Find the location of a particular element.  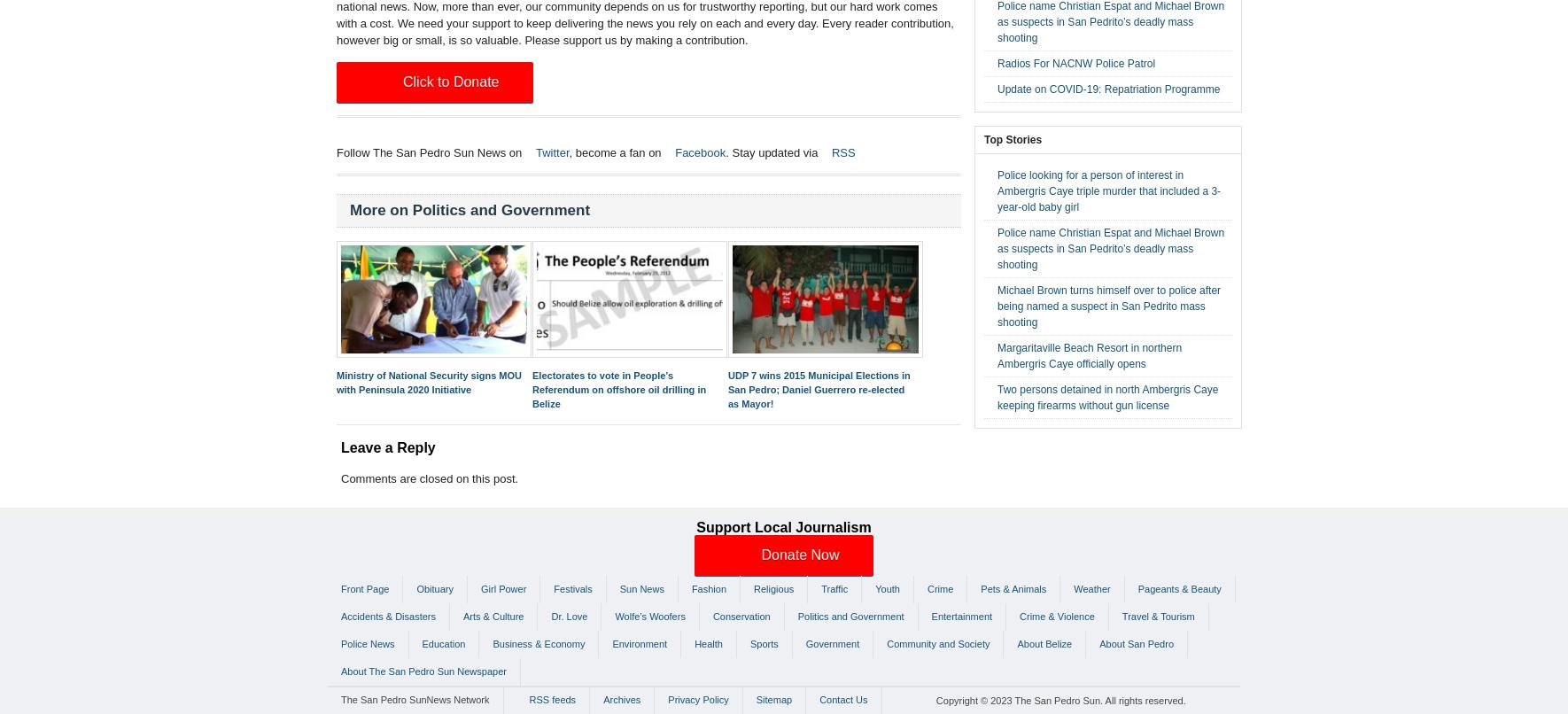

'Police looking for a person of interest in Ambergris Caye triple murder that included a 3-year-old baby girl' is located at coordinates (997, 190).